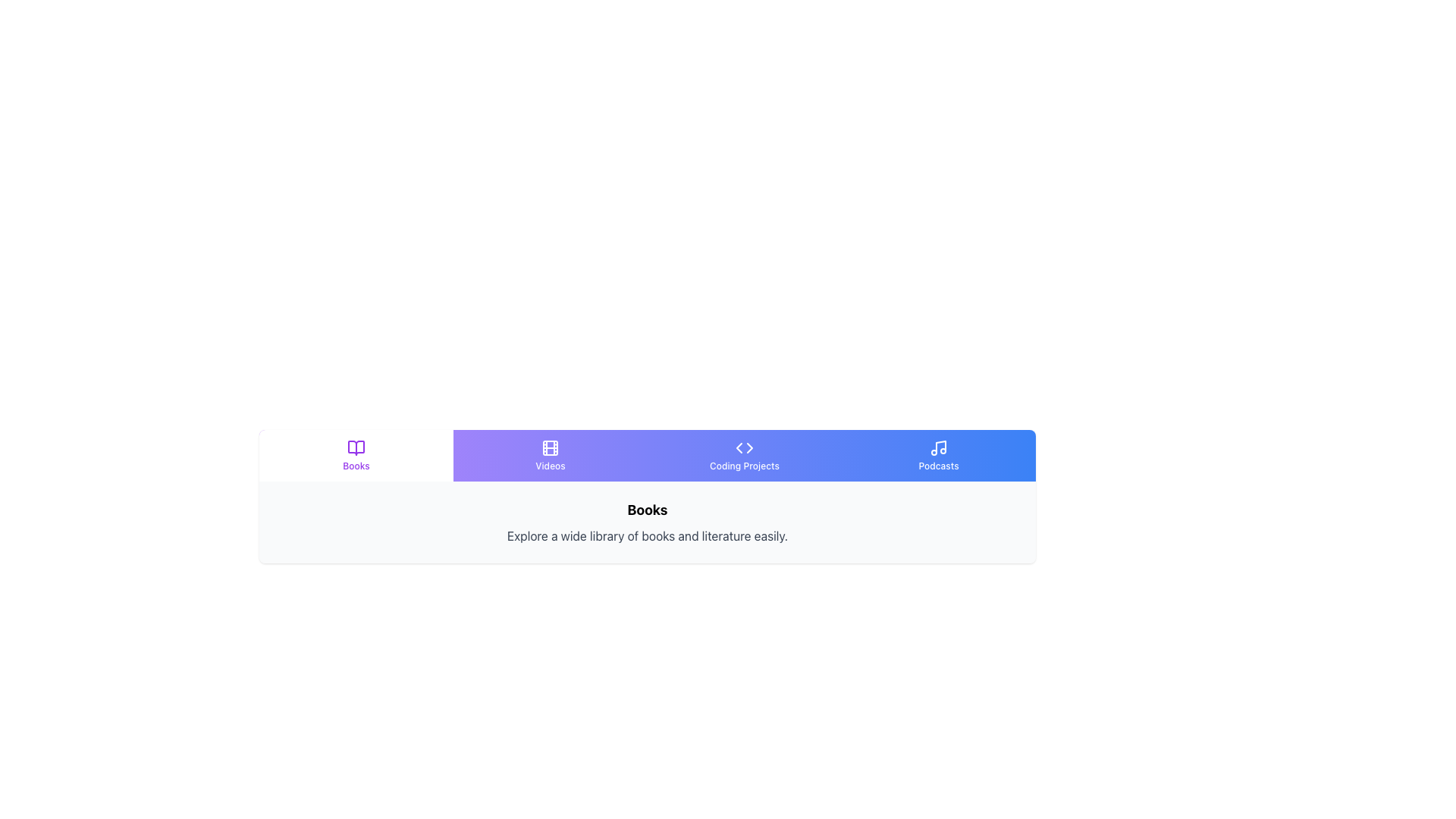  Describe the element at coordinates (745, 465) in the screenshot. I see `the 'Coding Projects' text label, which is styled with a small font size and medium weight, located beneath the coding icon in the navigation bar` at that location.